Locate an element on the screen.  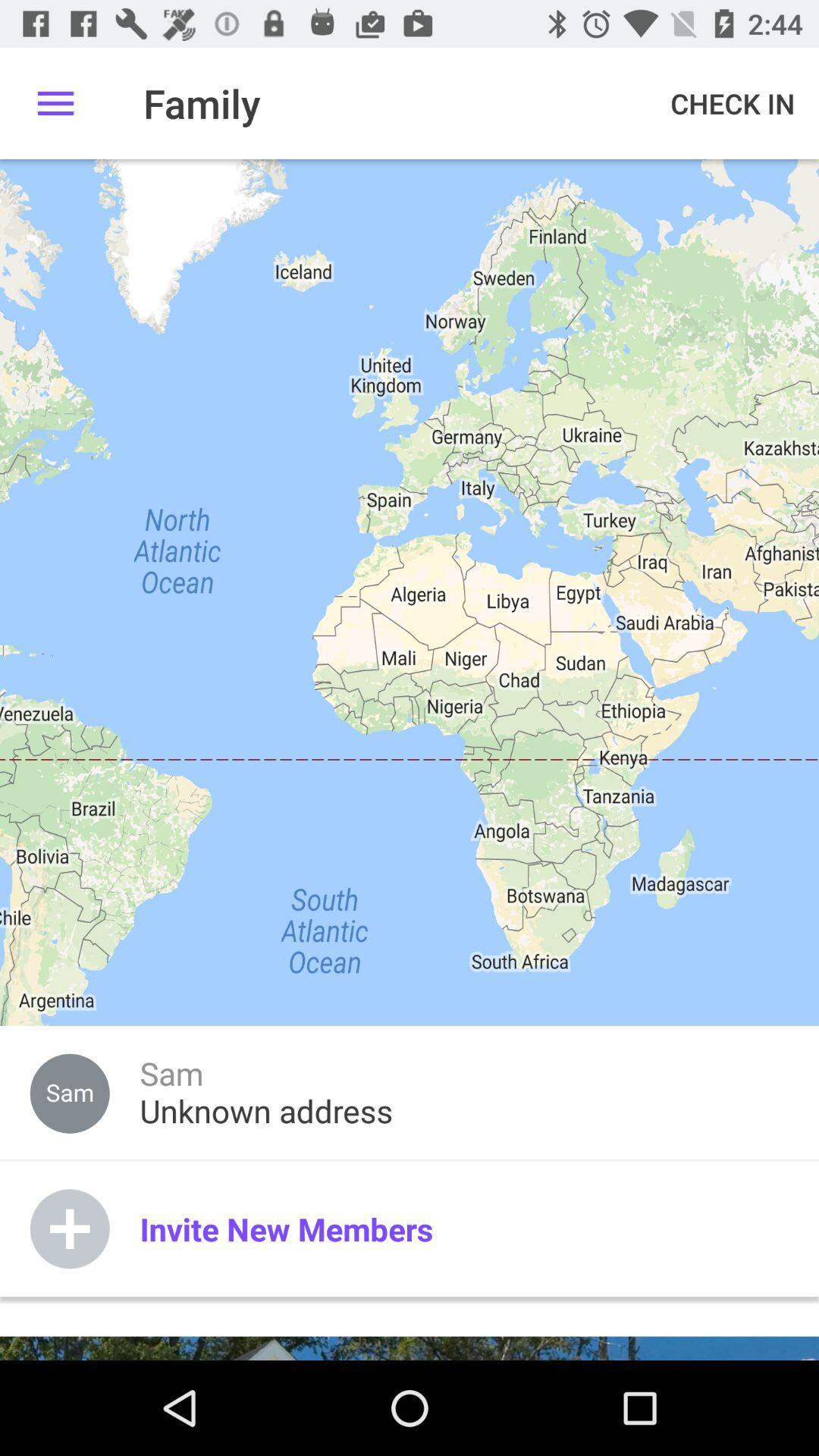
icon to the right of family is located at coordinates (732, 102).